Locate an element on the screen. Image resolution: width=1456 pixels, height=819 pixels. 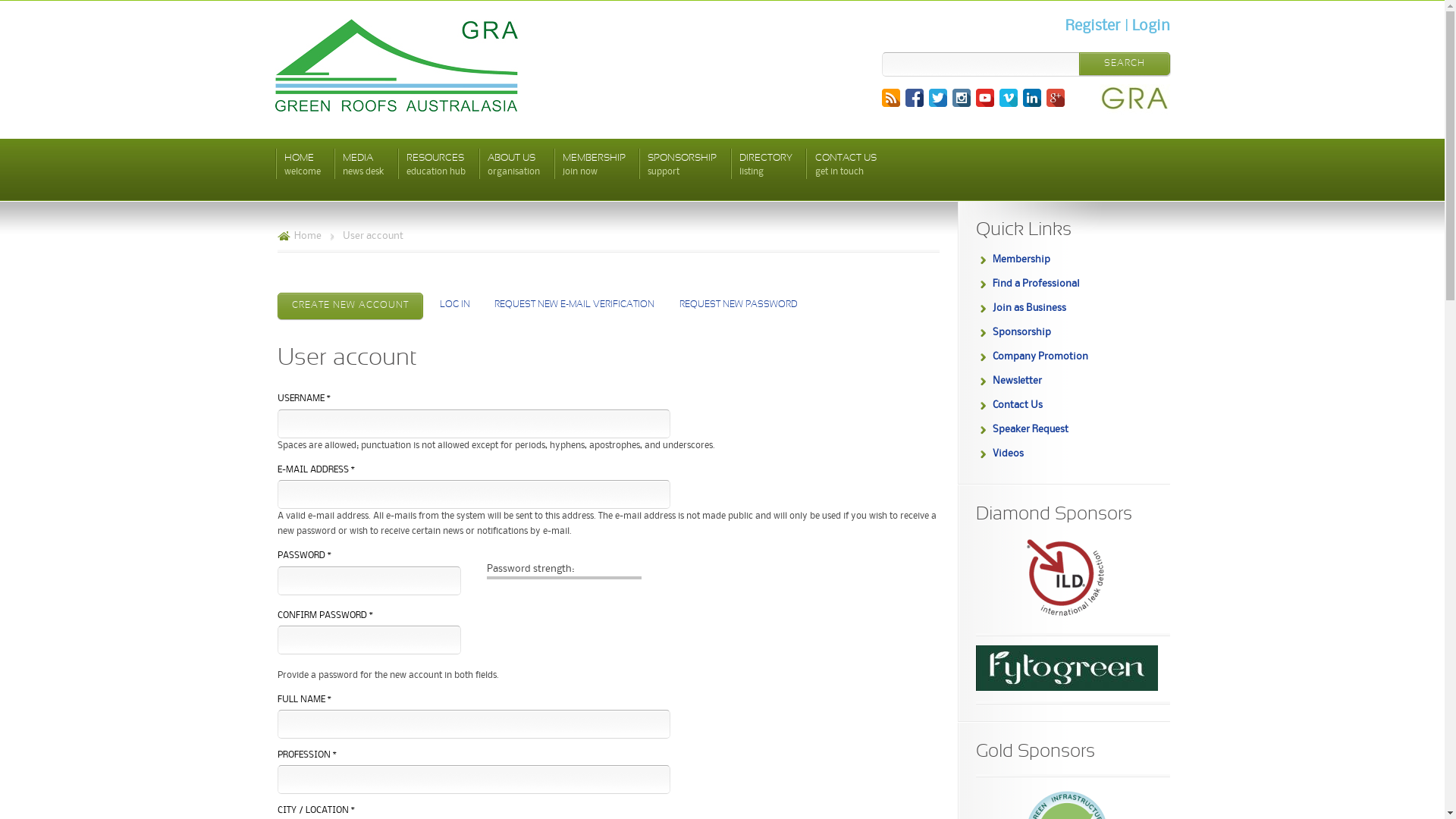
'RESOURCES is located at coordinates (435, 167).